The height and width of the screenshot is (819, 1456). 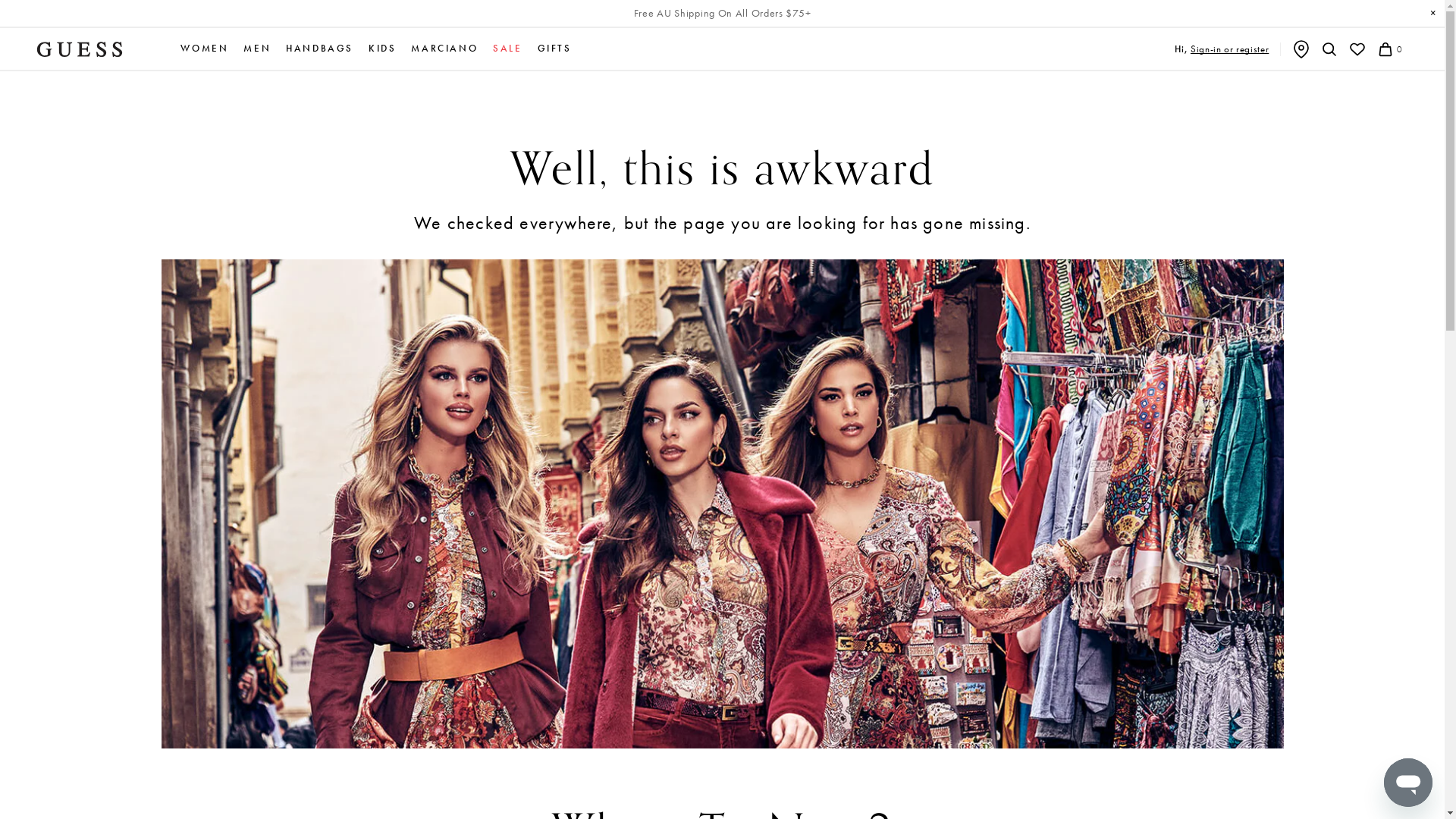 I want to click on 'HANDBAGS', so click(x=286, y=48).